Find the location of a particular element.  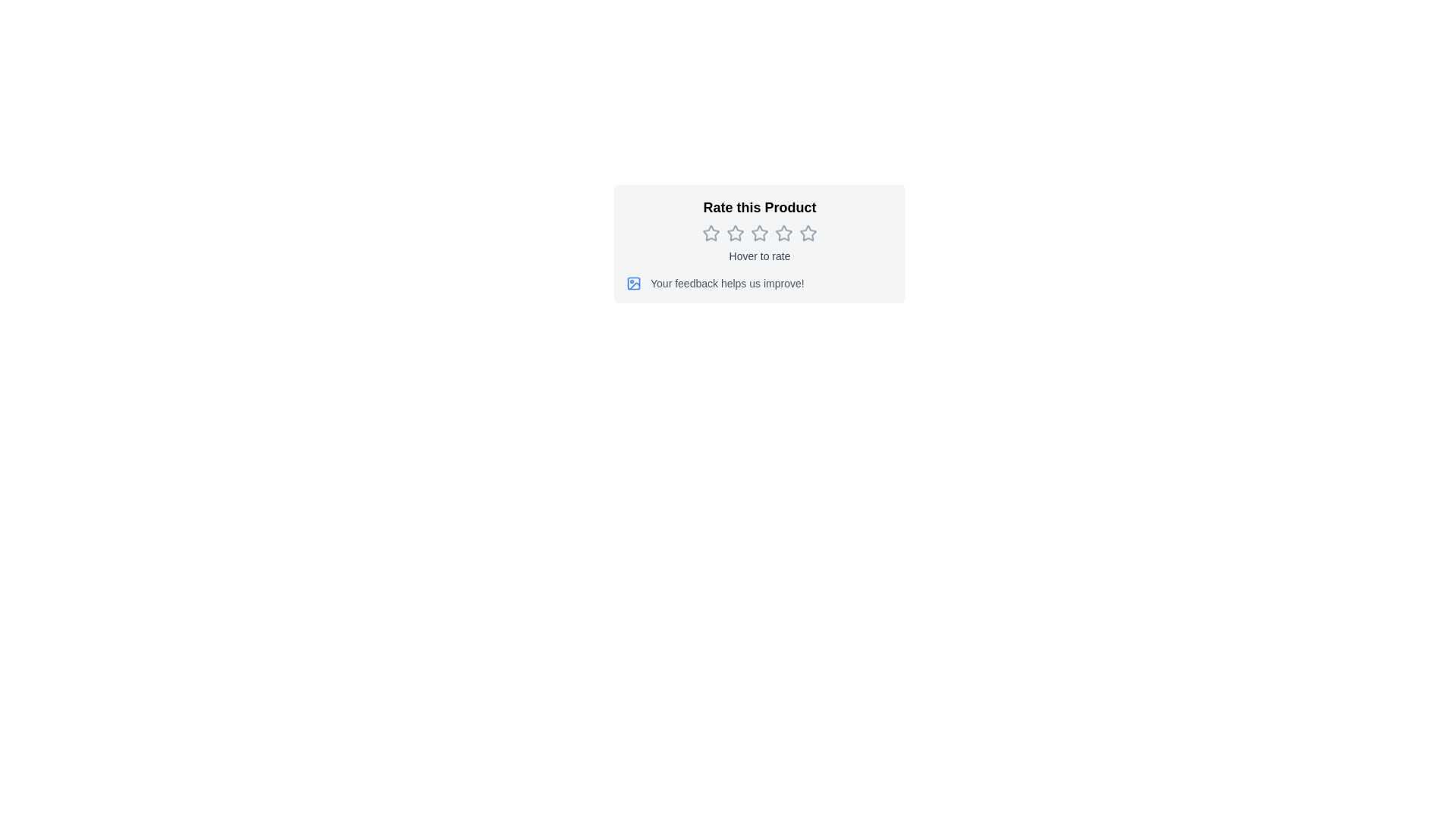

the first star icon in the star-based rating system to indicate the lowest level of satisfaction for the 'Rate this Product' card is located at coordinates (710, 234).